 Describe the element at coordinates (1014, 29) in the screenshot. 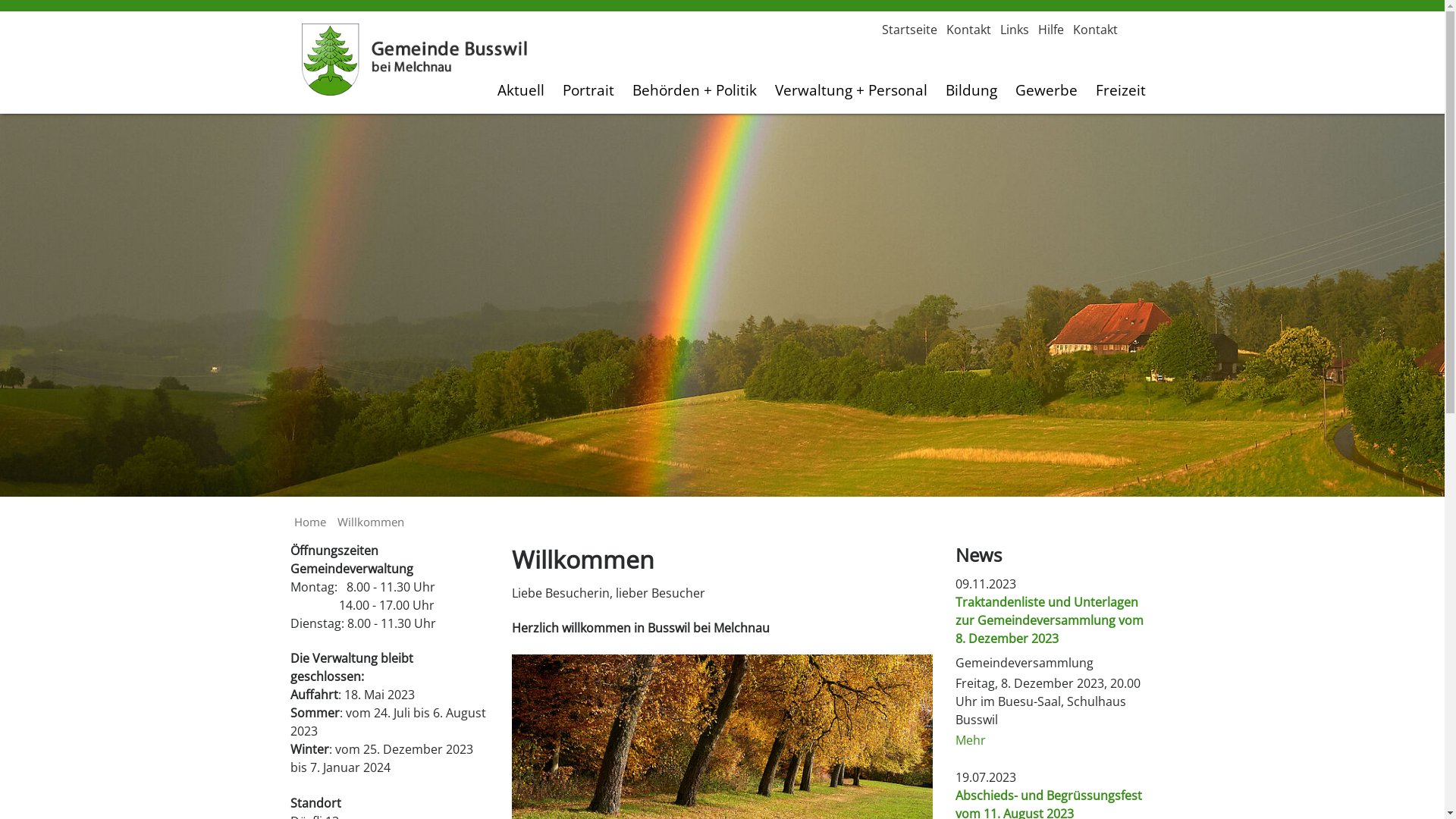

I see `'Links'` at that location.